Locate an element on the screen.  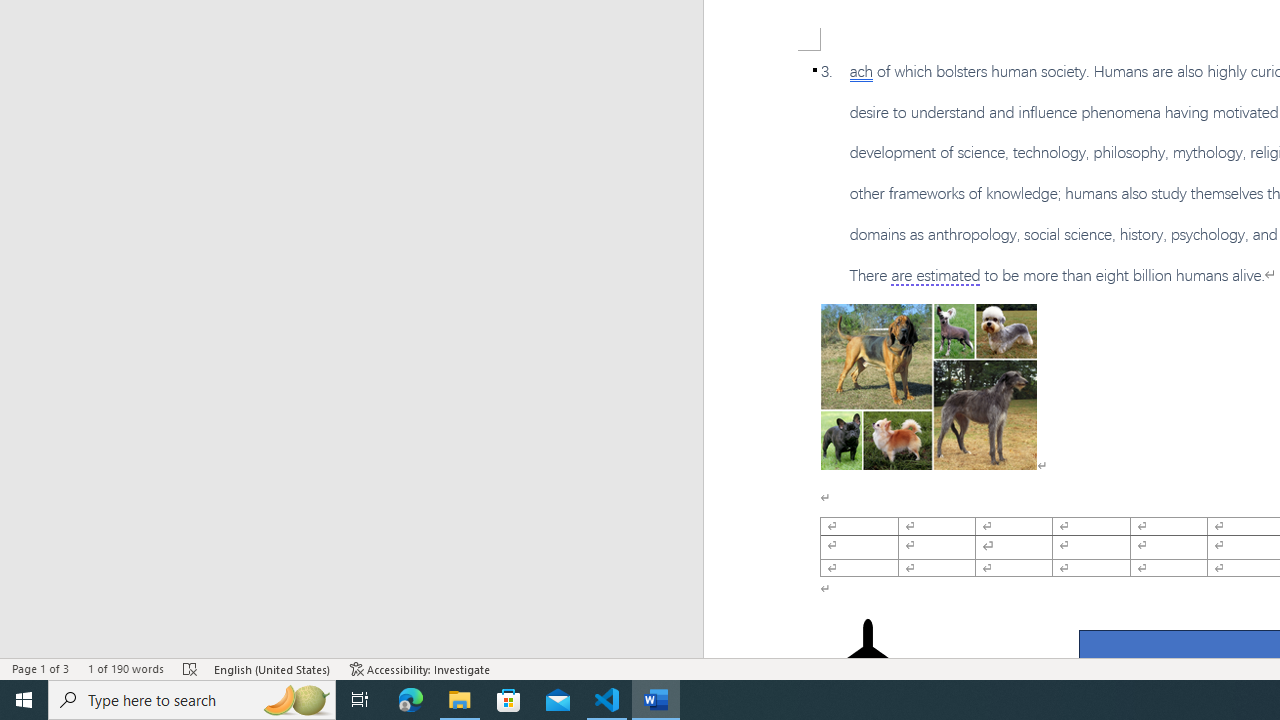
'Microsoft Edge' is located at coordinates (410, 698).